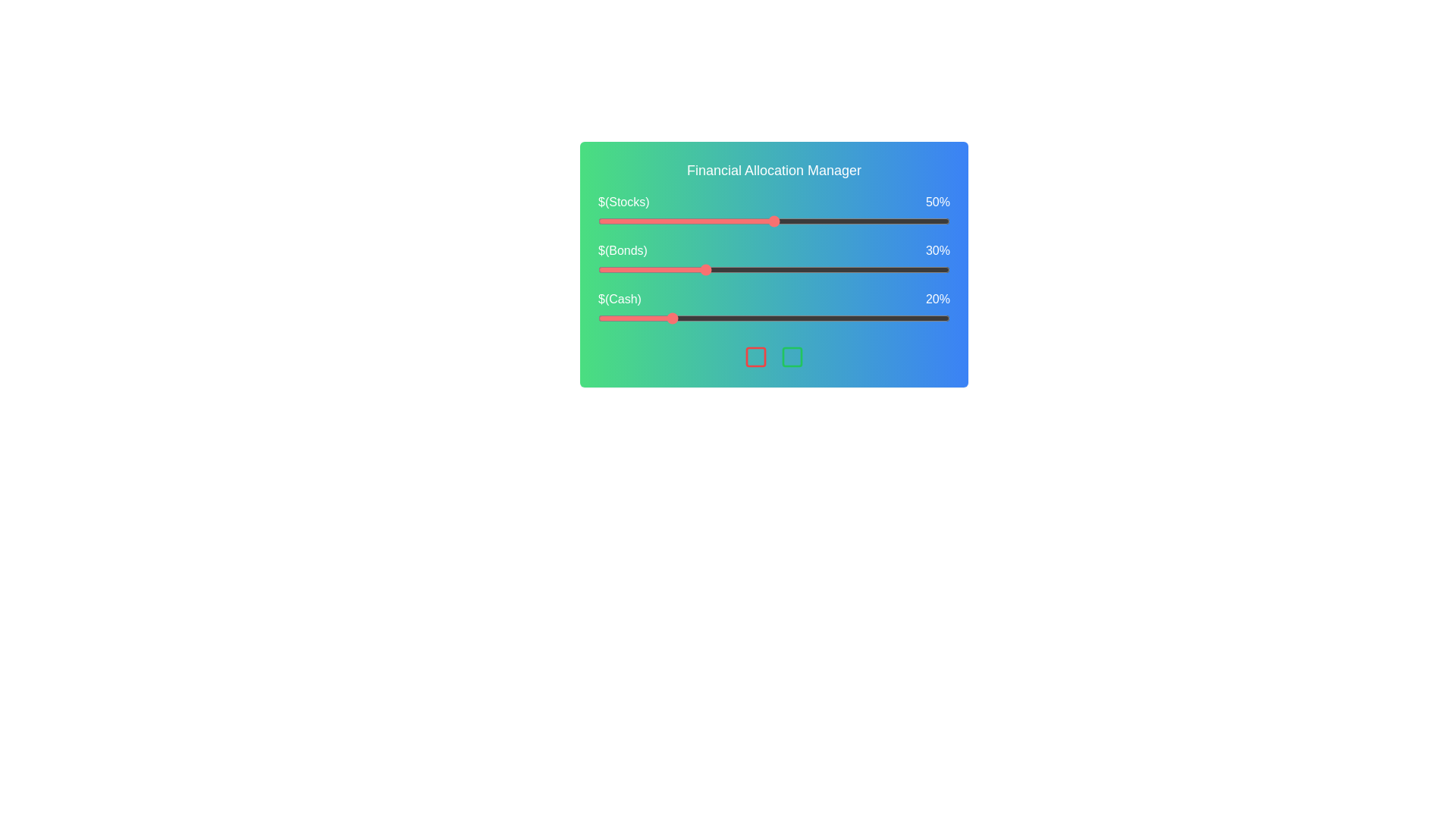  I want to click on the title of the component, so click(774, 170).